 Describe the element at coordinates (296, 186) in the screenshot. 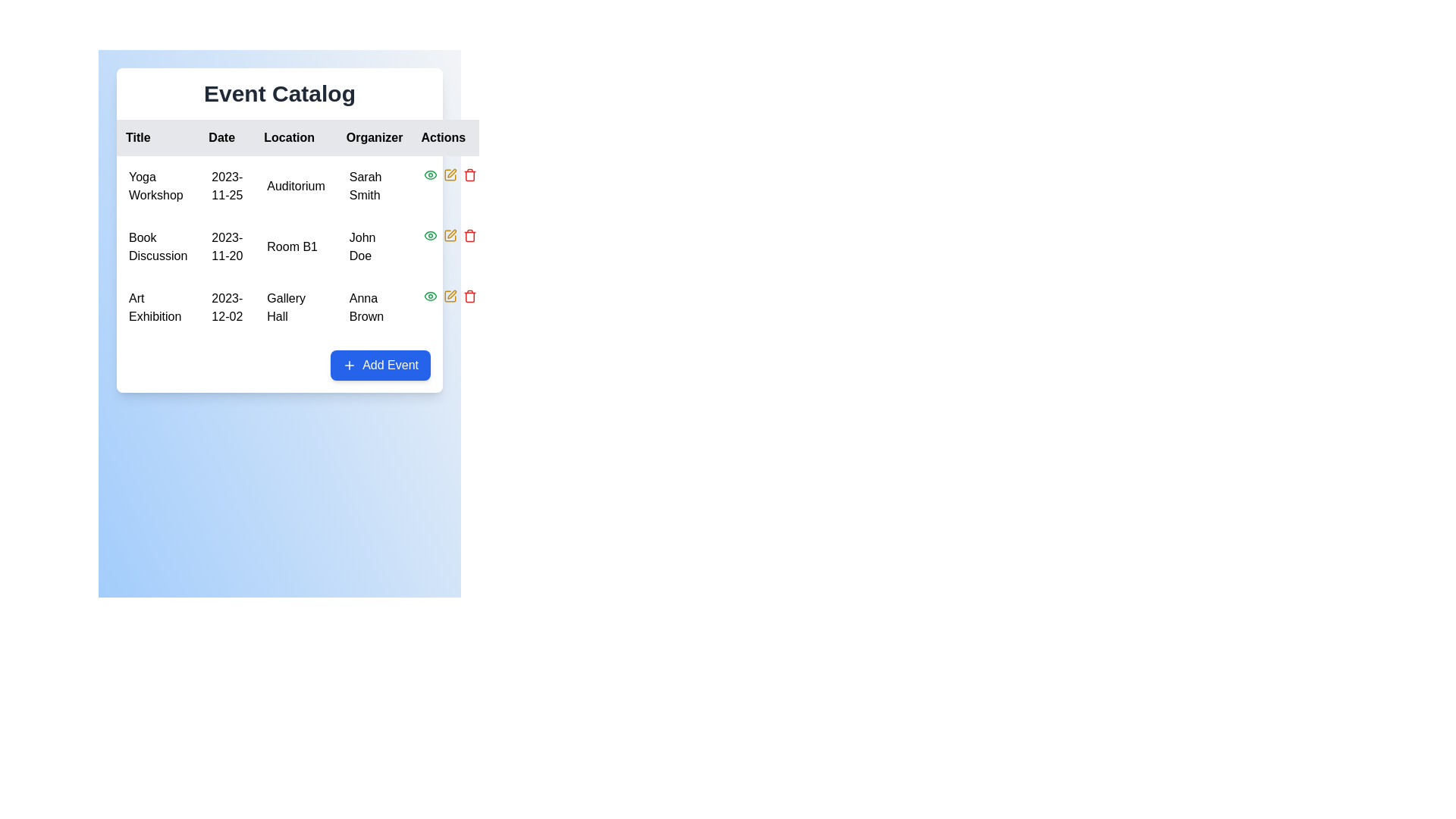

I see `the static text element displaying 'Auditorium' located in the 'Location' column of the table` at that location.